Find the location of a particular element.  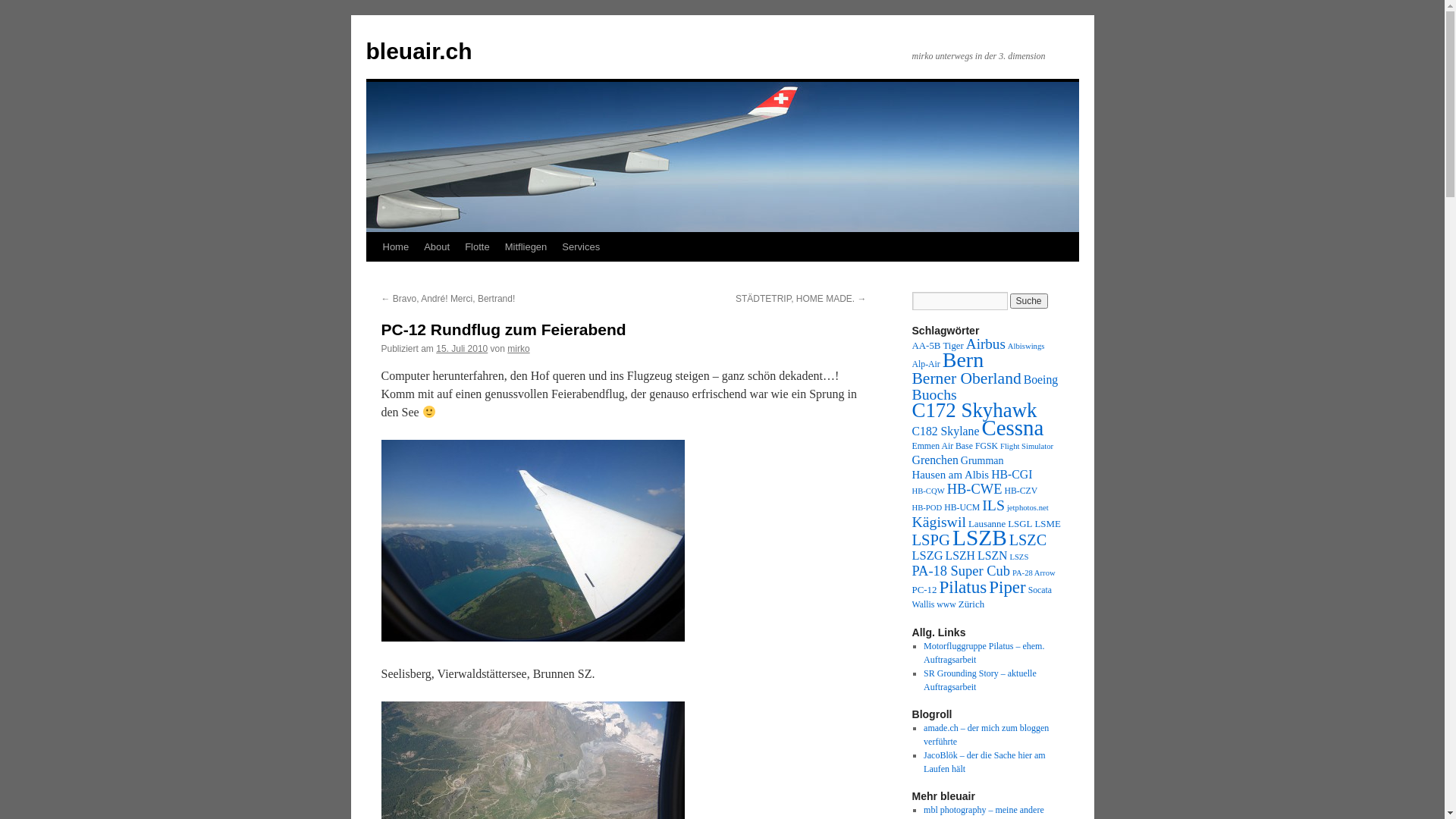

'HB-CQW' is located at coordinates (927, 491).